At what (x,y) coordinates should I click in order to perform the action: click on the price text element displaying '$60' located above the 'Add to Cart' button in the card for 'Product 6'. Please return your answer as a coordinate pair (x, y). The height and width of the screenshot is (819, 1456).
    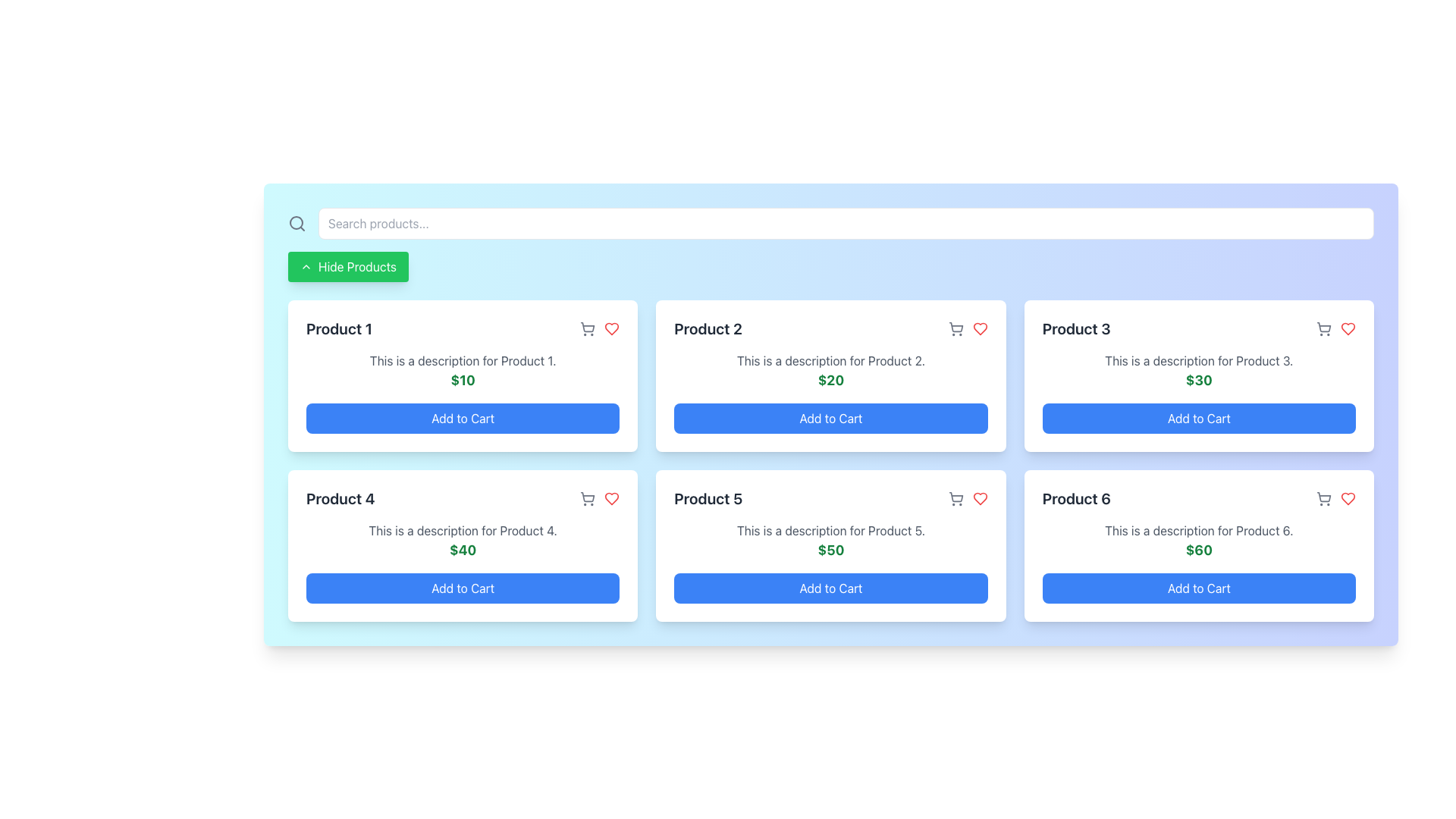
    Looking at the image, I should click on (1198, 550).